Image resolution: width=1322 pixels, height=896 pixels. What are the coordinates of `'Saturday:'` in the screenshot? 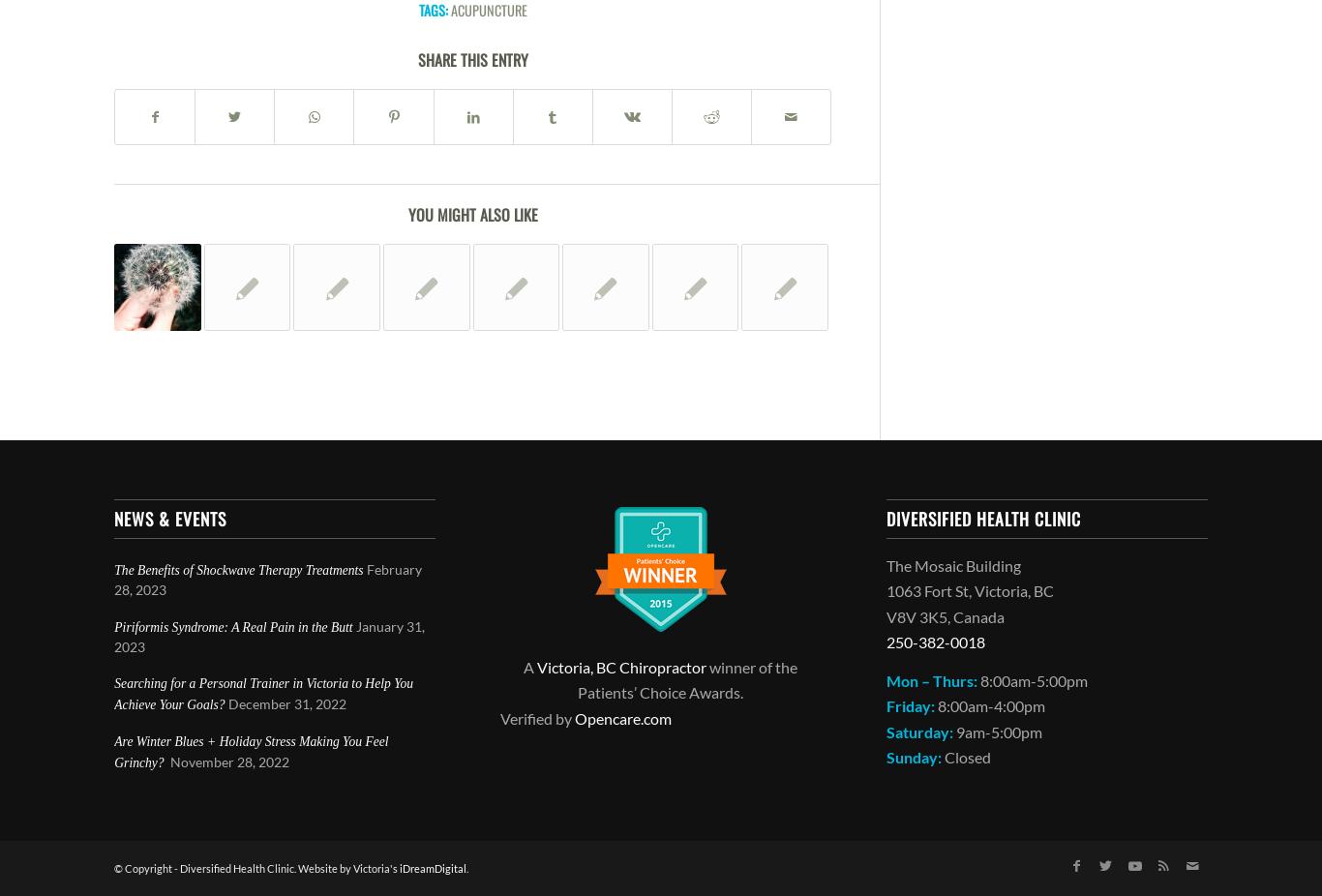 It's located at (919, 731).